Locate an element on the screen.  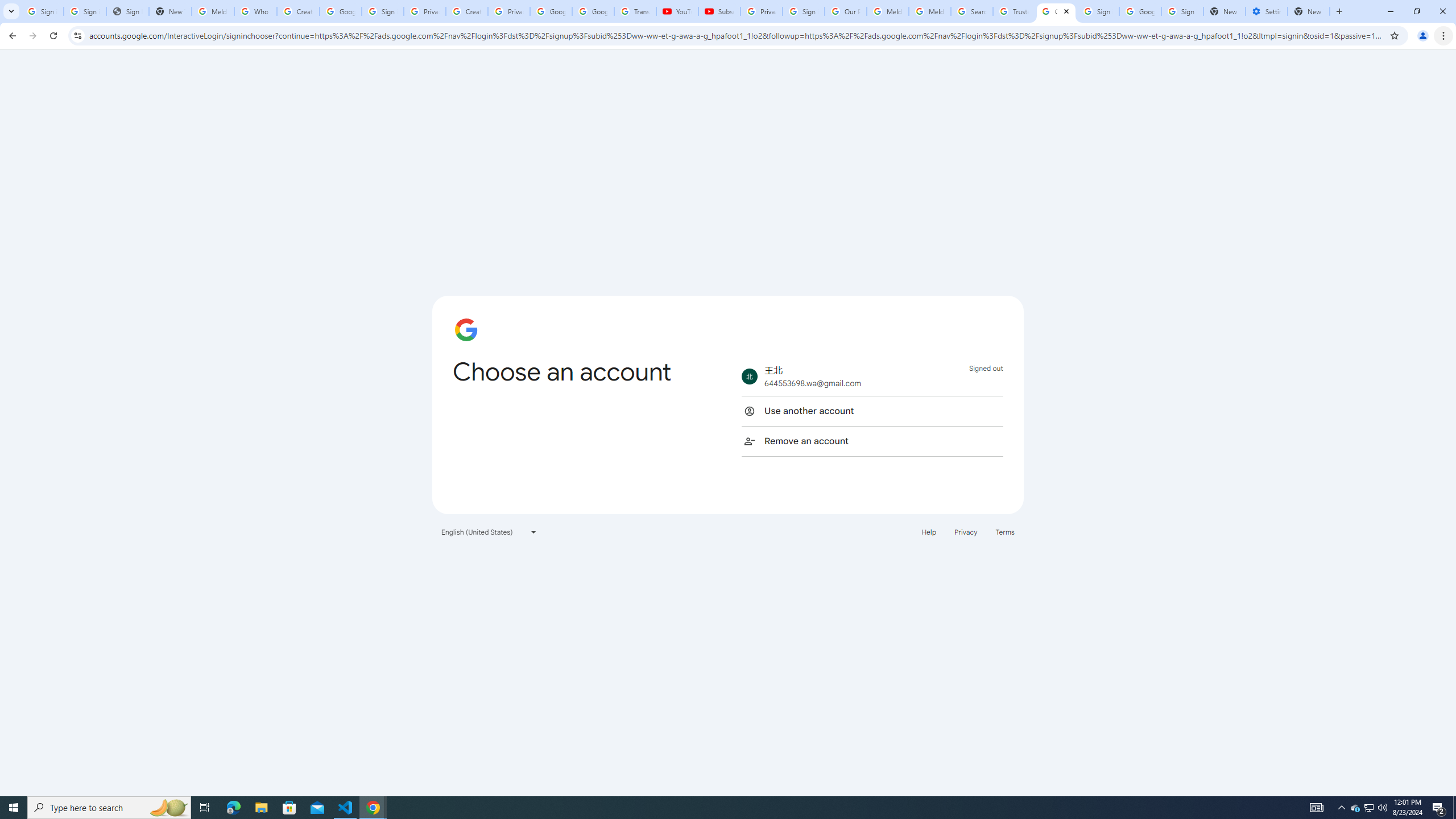
'Subscriptions - YouTube' is located at coordinates (718, 11).